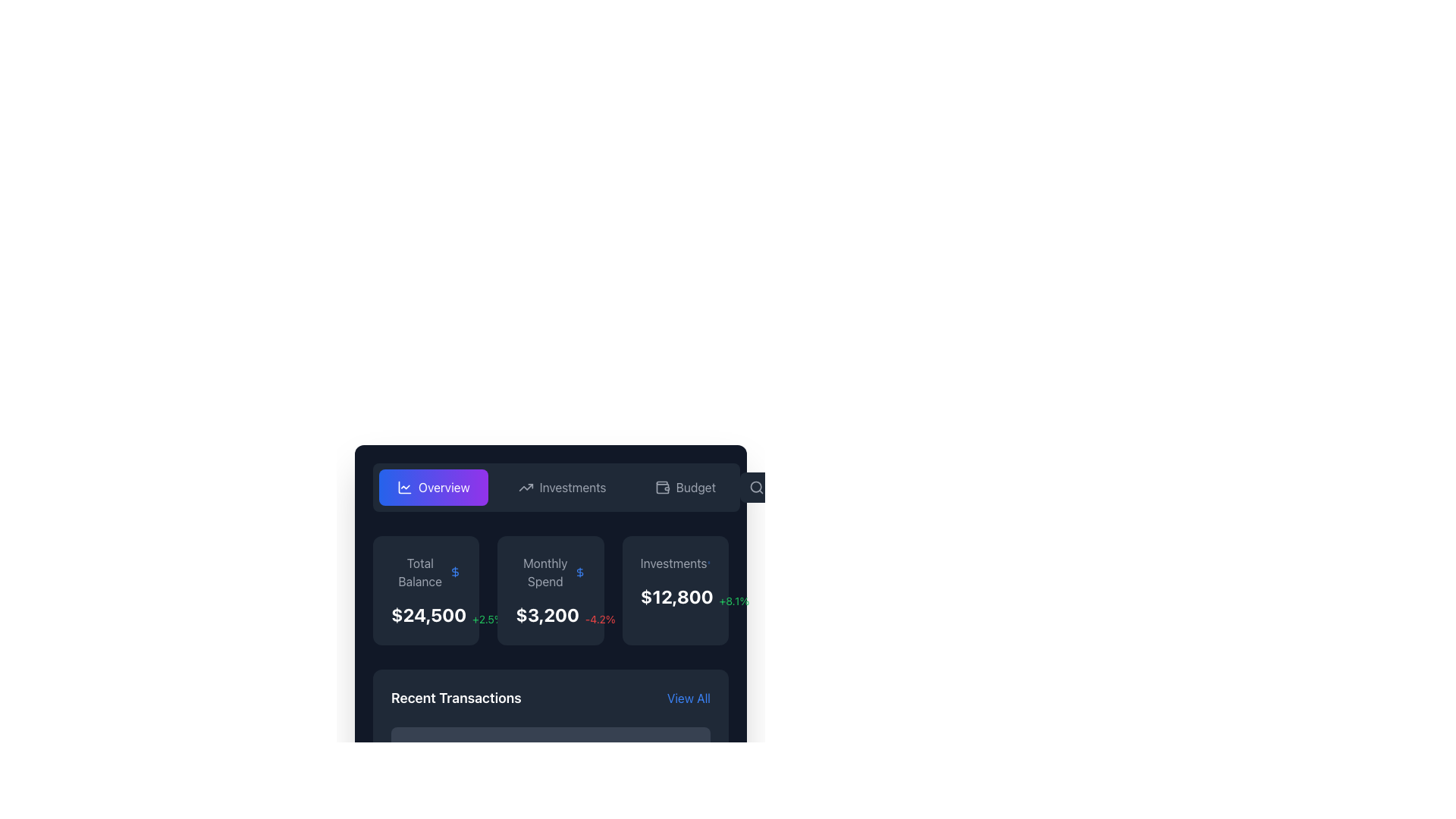 This screenshot has width=1456, height=819. What do you see at coordinates (684, 488) in the screenshot?
I see `the navigation button located in the horizontal menu bar` at bounding box center [684, 488].